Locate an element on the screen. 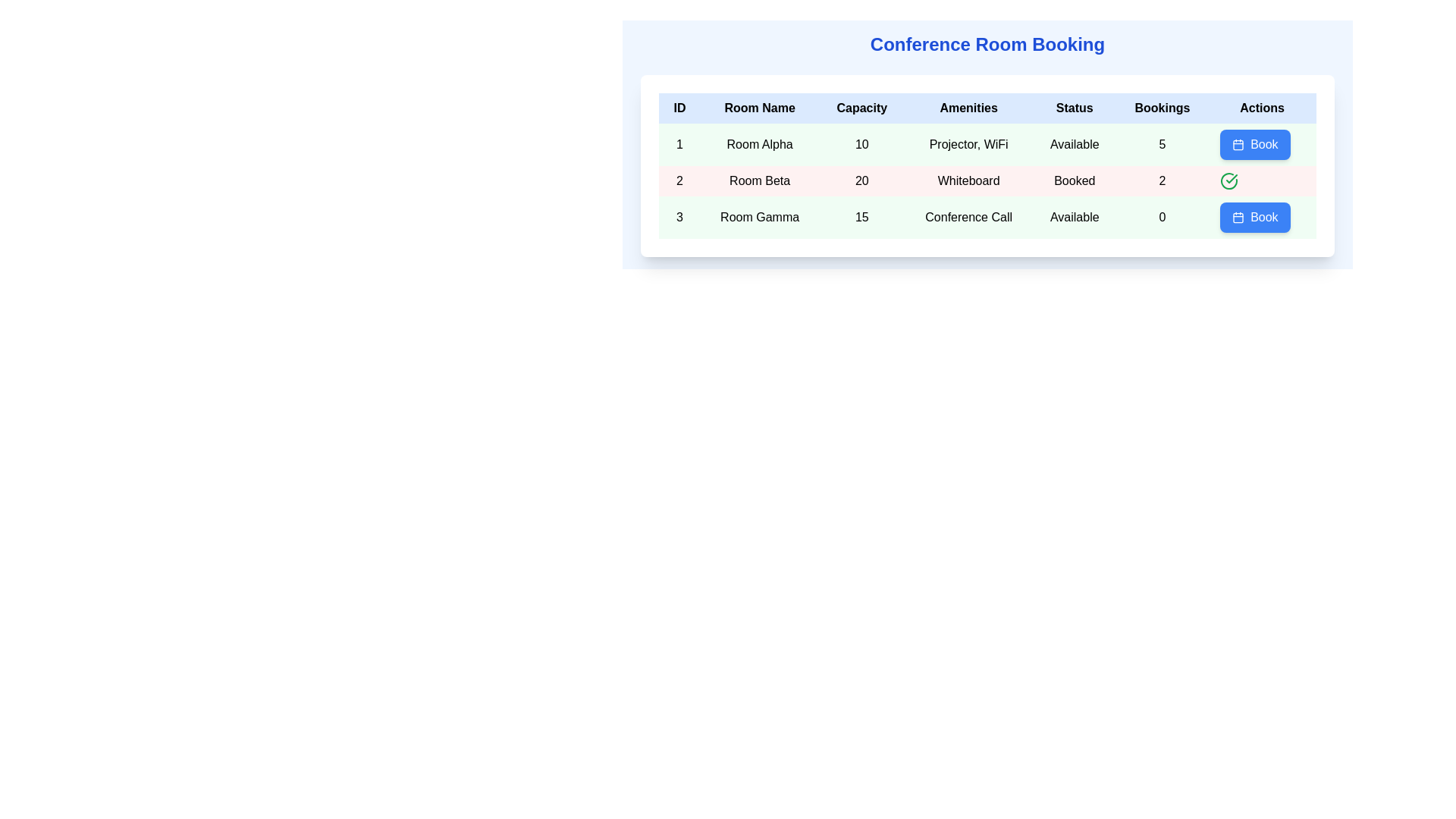 The height and width of the screenshot is (819, 1456). the 'Status' label in the header row of the 'Conference Room Booking' table, which is positioned between the 'Amenities' and 'Bookings' columns is located at coordinates (1074, 107).